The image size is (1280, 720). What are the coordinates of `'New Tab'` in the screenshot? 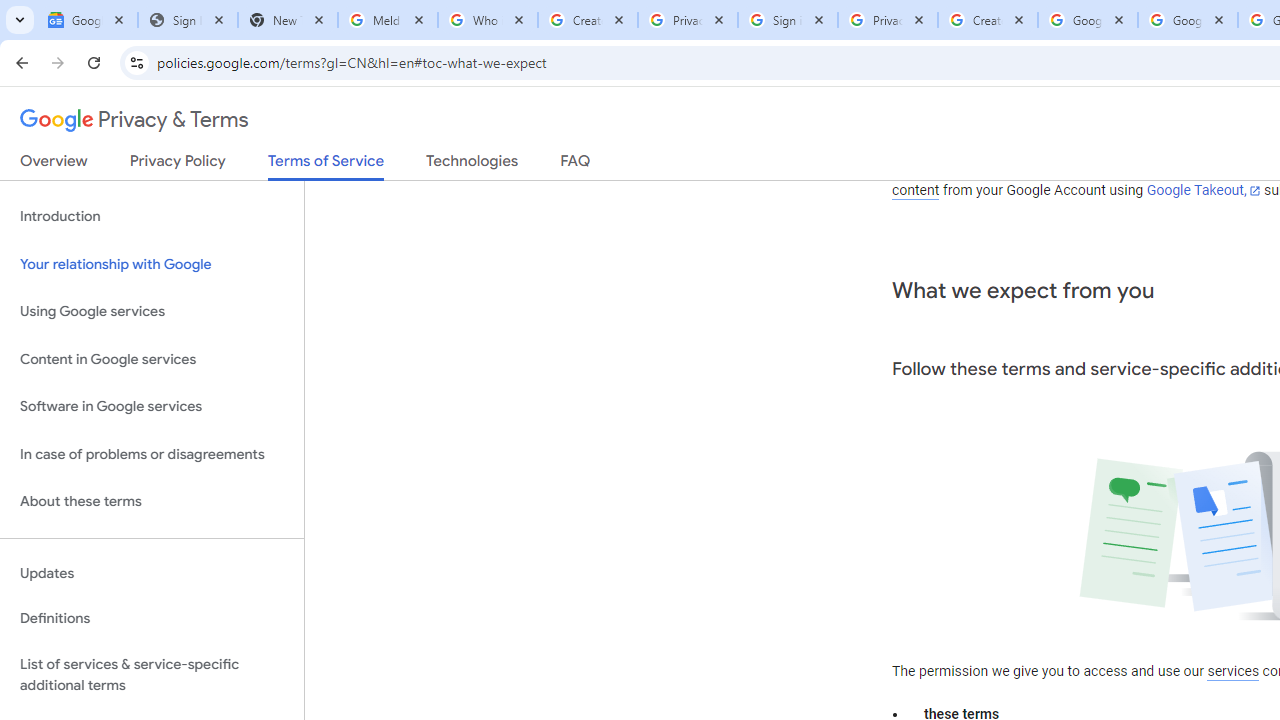 It's located at (287, 20).